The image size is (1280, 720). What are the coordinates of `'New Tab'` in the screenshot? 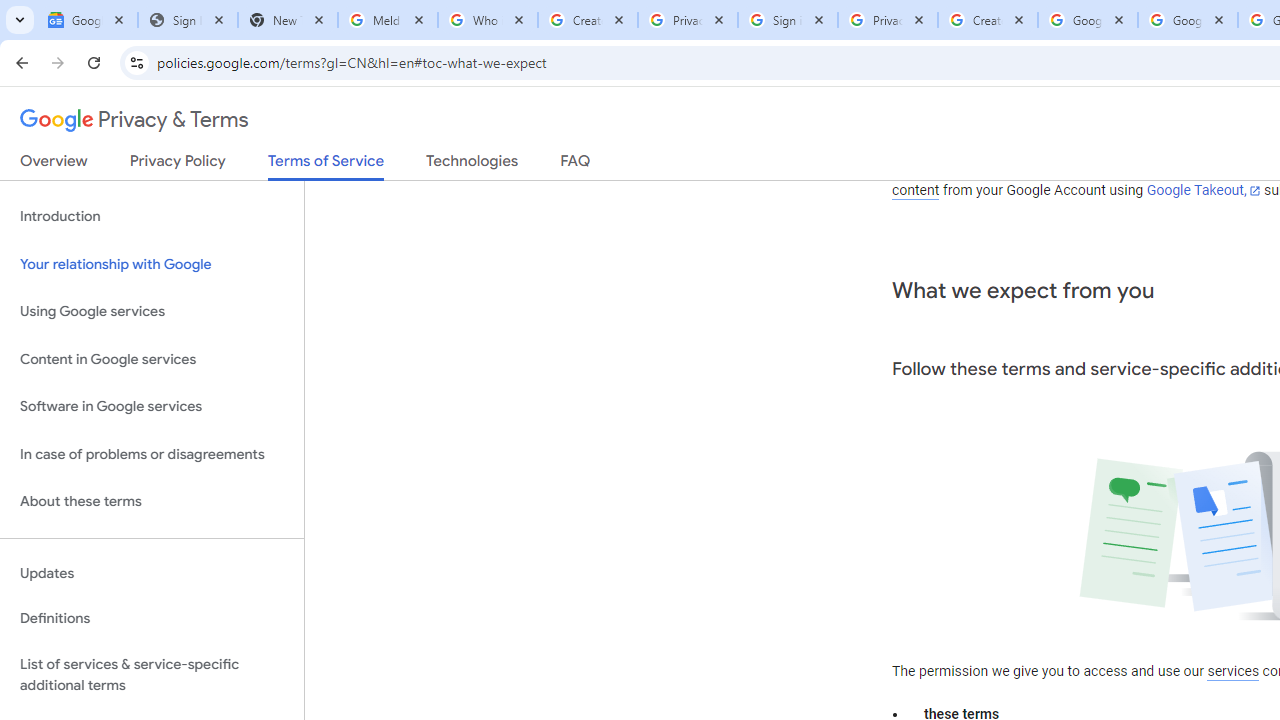 It's located at (287, 20).